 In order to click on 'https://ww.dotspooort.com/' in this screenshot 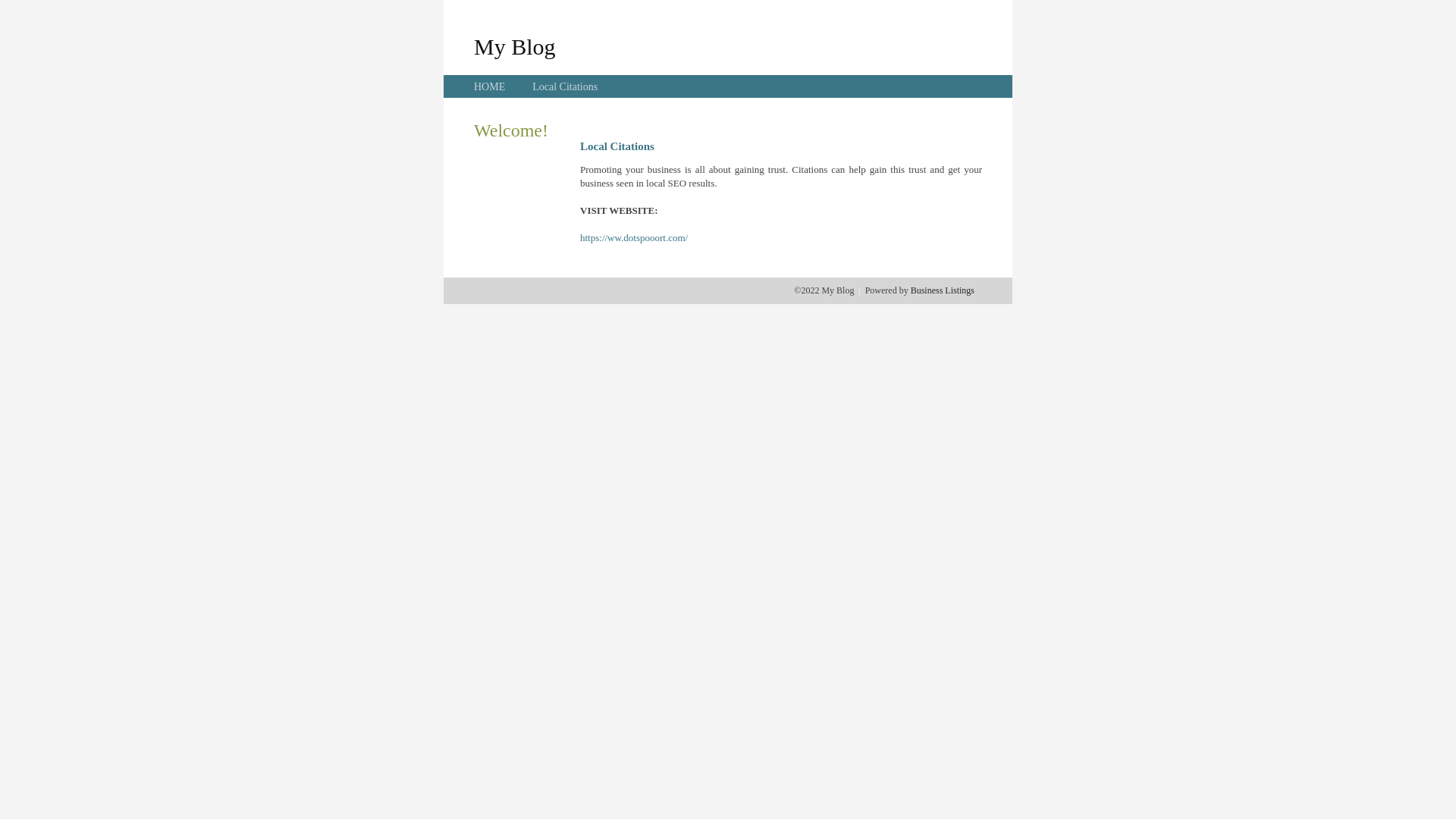, I will do `click(633, 237)`.